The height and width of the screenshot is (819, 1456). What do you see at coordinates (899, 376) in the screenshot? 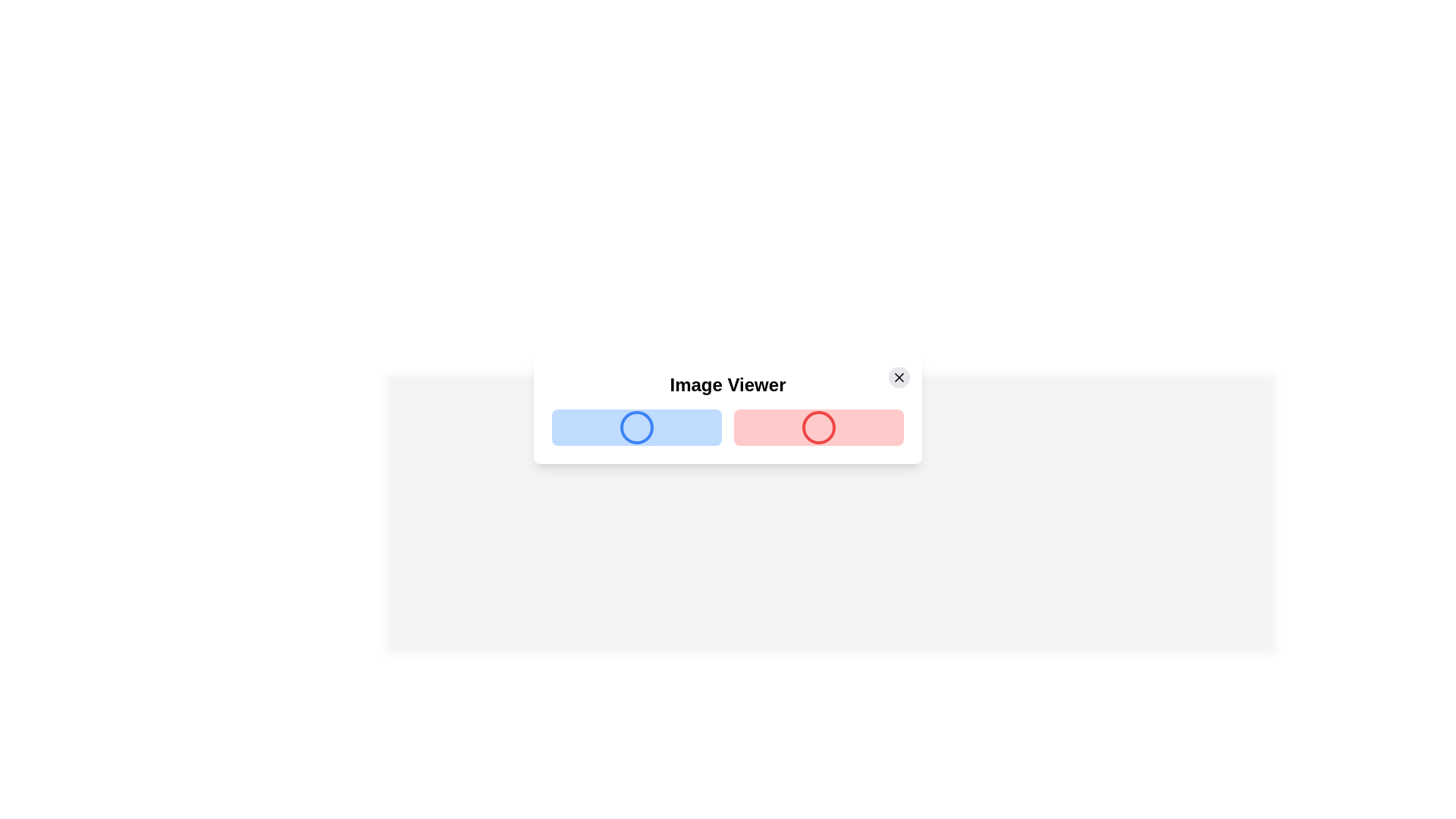
I see `the diagonal cross within the Close (X) button at the top-right corner of the 'Image Viewer' dialog box` at bounding box center [899, 376].